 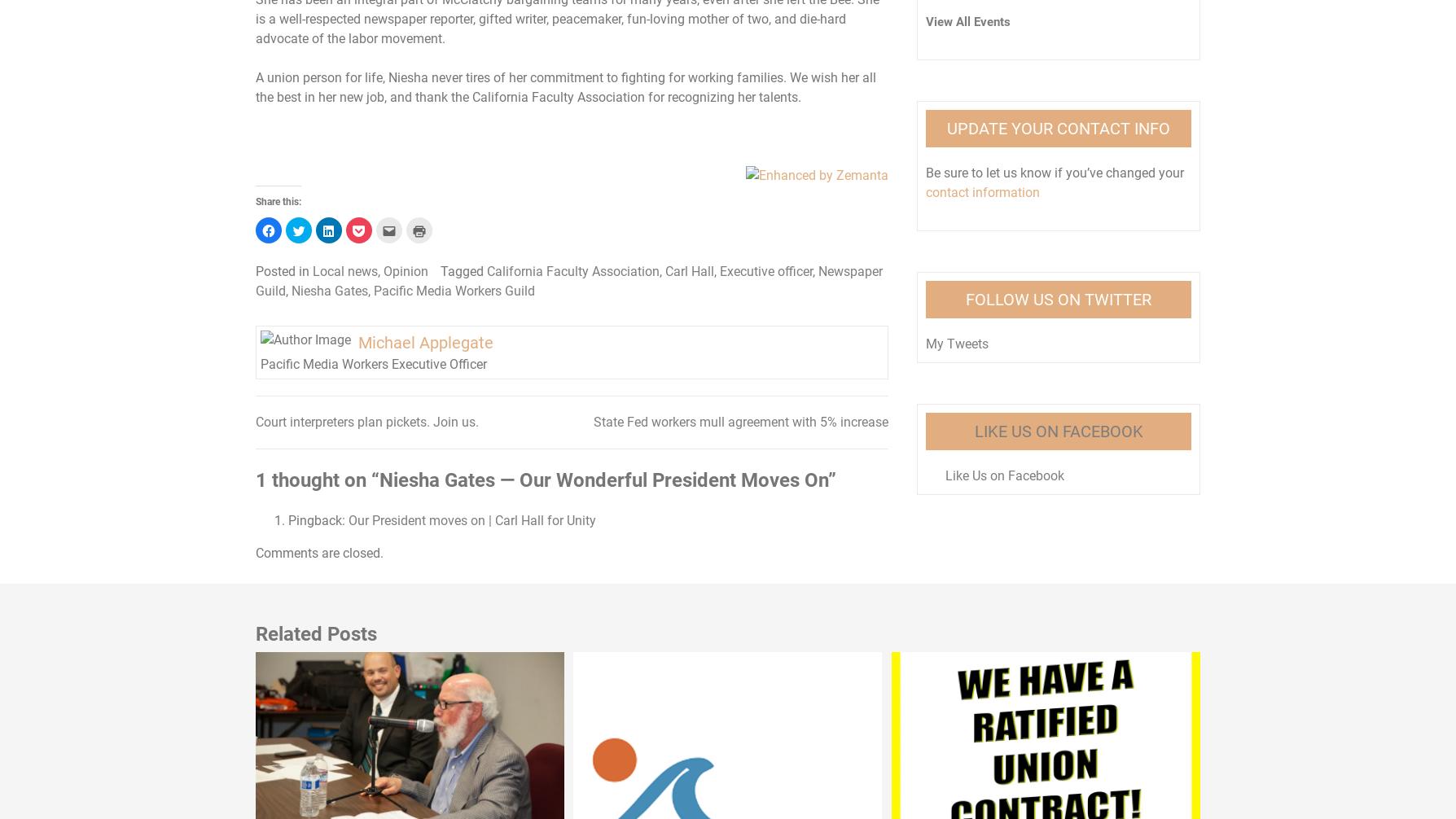 I want to click on 'Posted in', so click(x=283, y=270).